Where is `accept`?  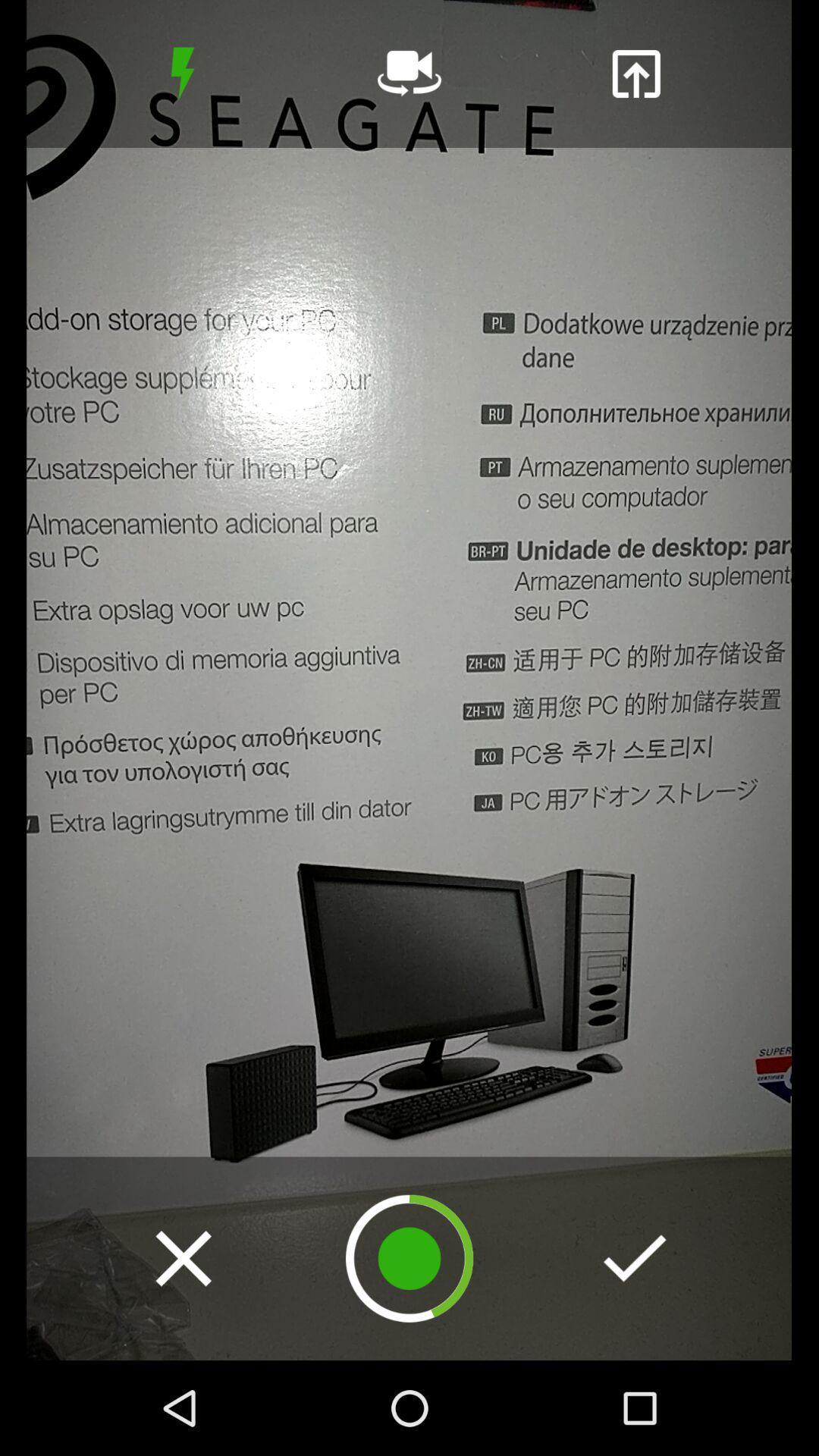 accept is located at coordinates (635, 1258).